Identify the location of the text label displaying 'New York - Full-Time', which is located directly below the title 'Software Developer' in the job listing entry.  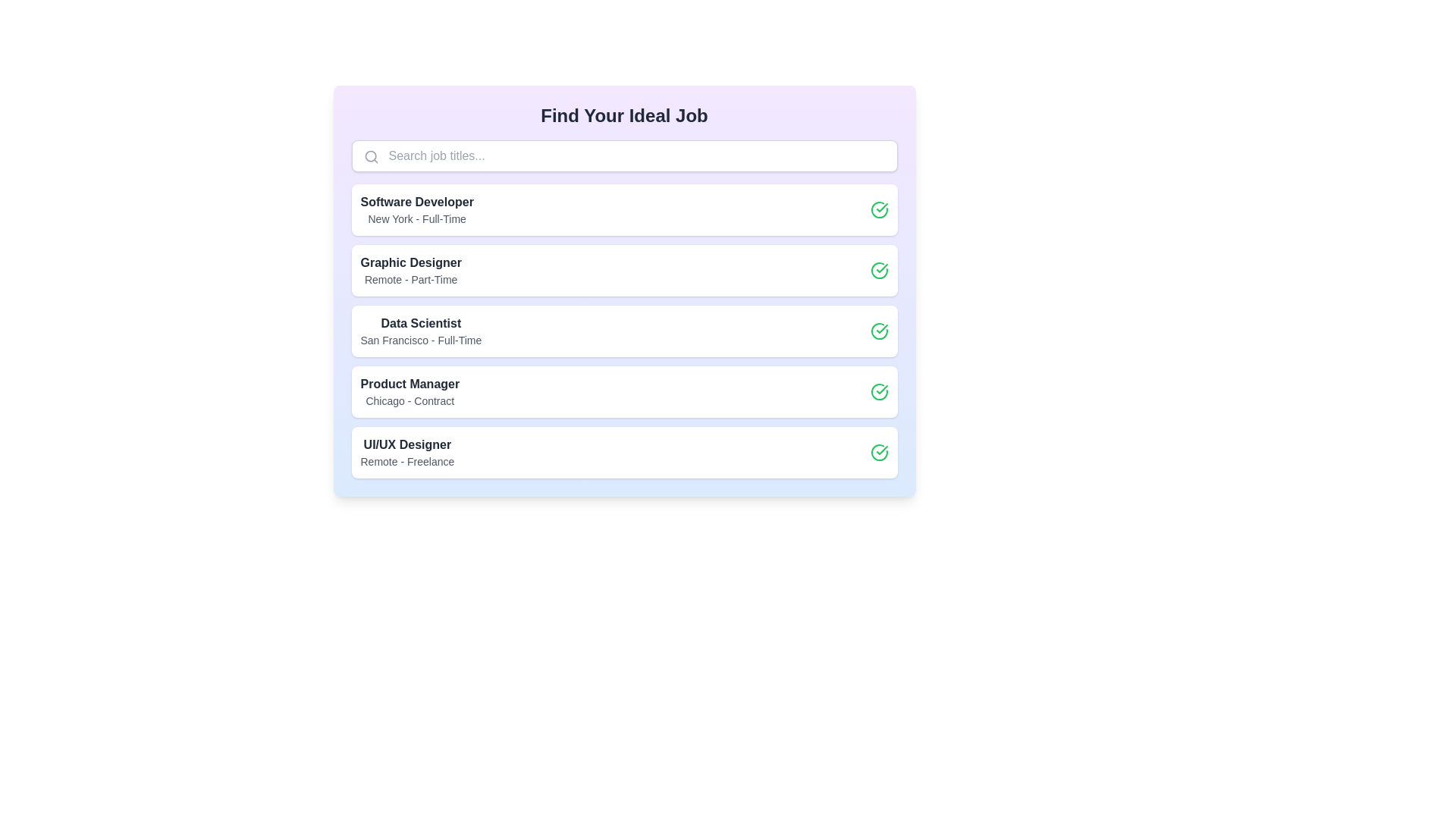
(417, 219).